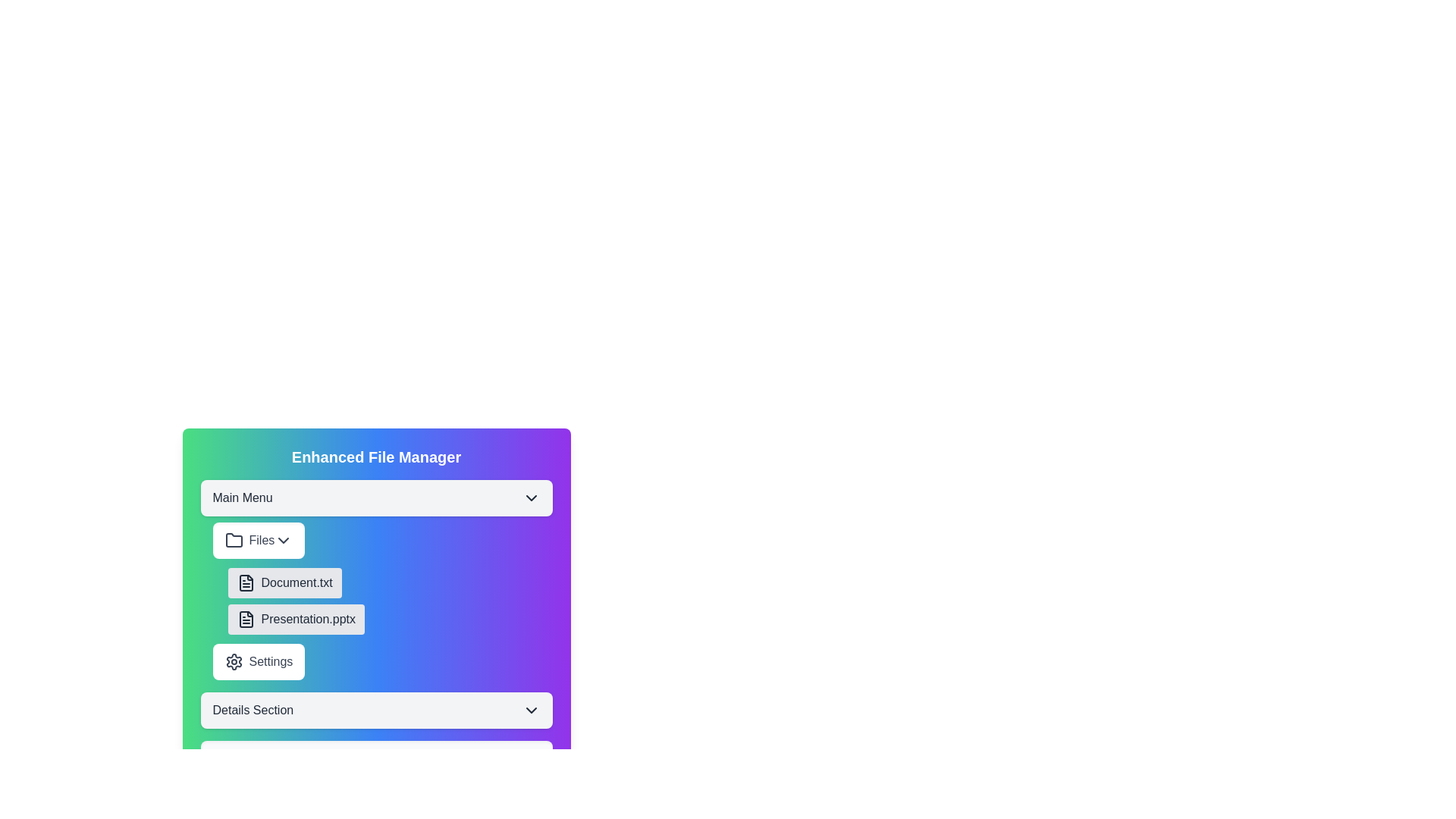 The image size is (1456, 819). Describe the element at coordinates (259, 540) in the screenshot. I see `the 'Files' expandable button` at that location.